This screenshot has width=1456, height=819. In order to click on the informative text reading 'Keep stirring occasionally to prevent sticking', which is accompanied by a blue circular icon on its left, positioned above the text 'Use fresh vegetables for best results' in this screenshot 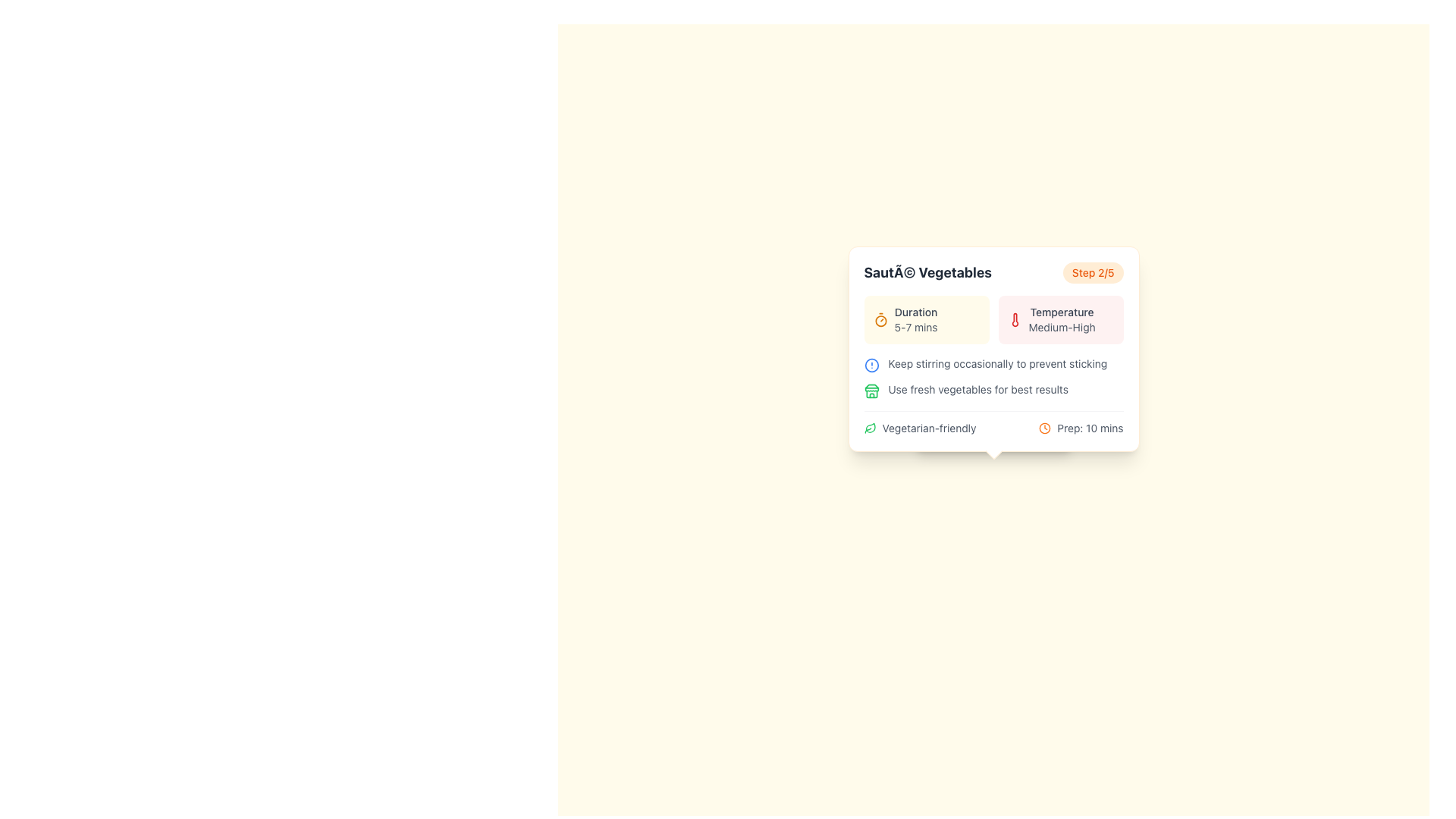, I will do `click(993, 365)`.